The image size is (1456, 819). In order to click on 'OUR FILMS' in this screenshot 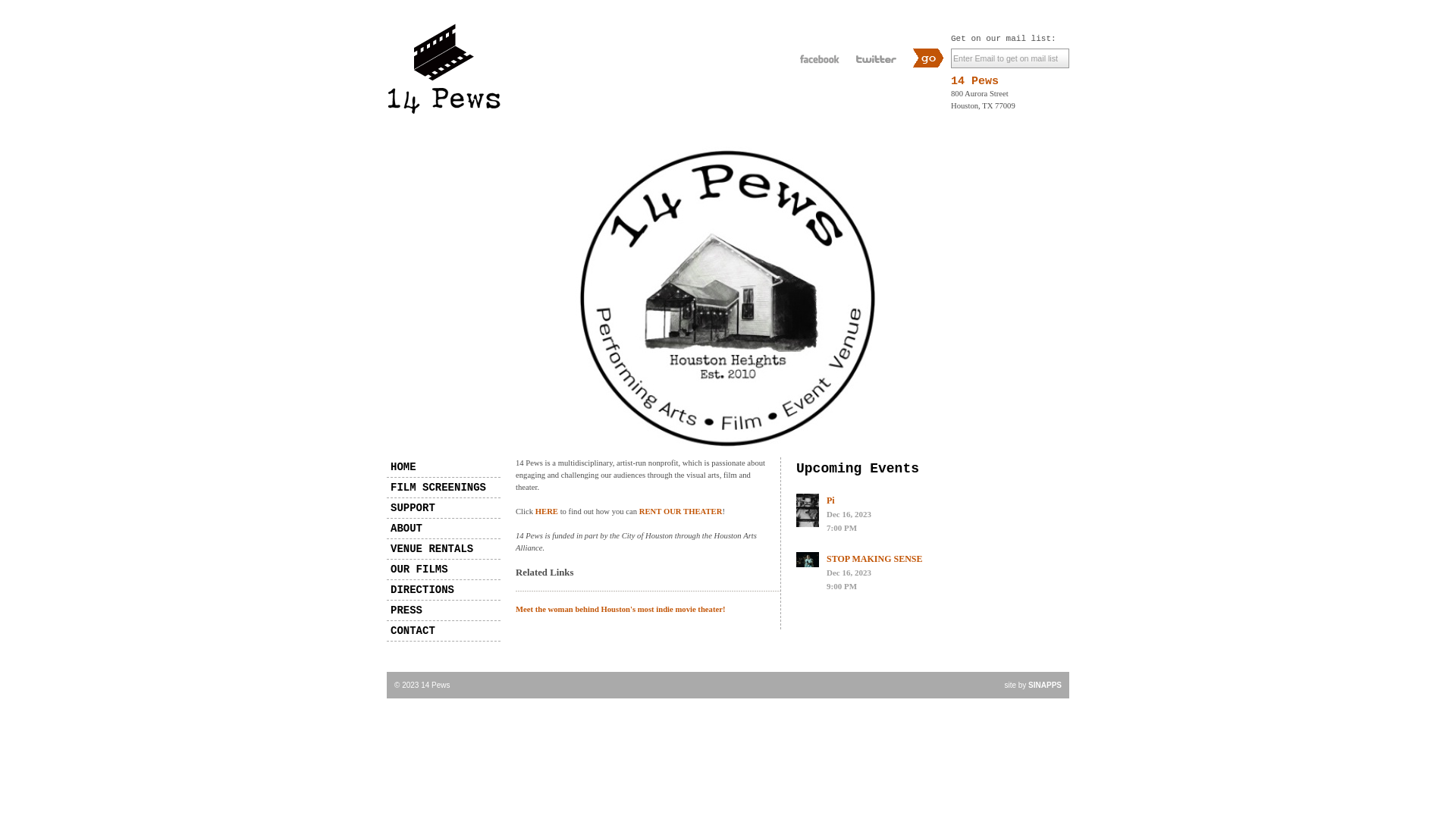, I will do `click(443, 570)`.